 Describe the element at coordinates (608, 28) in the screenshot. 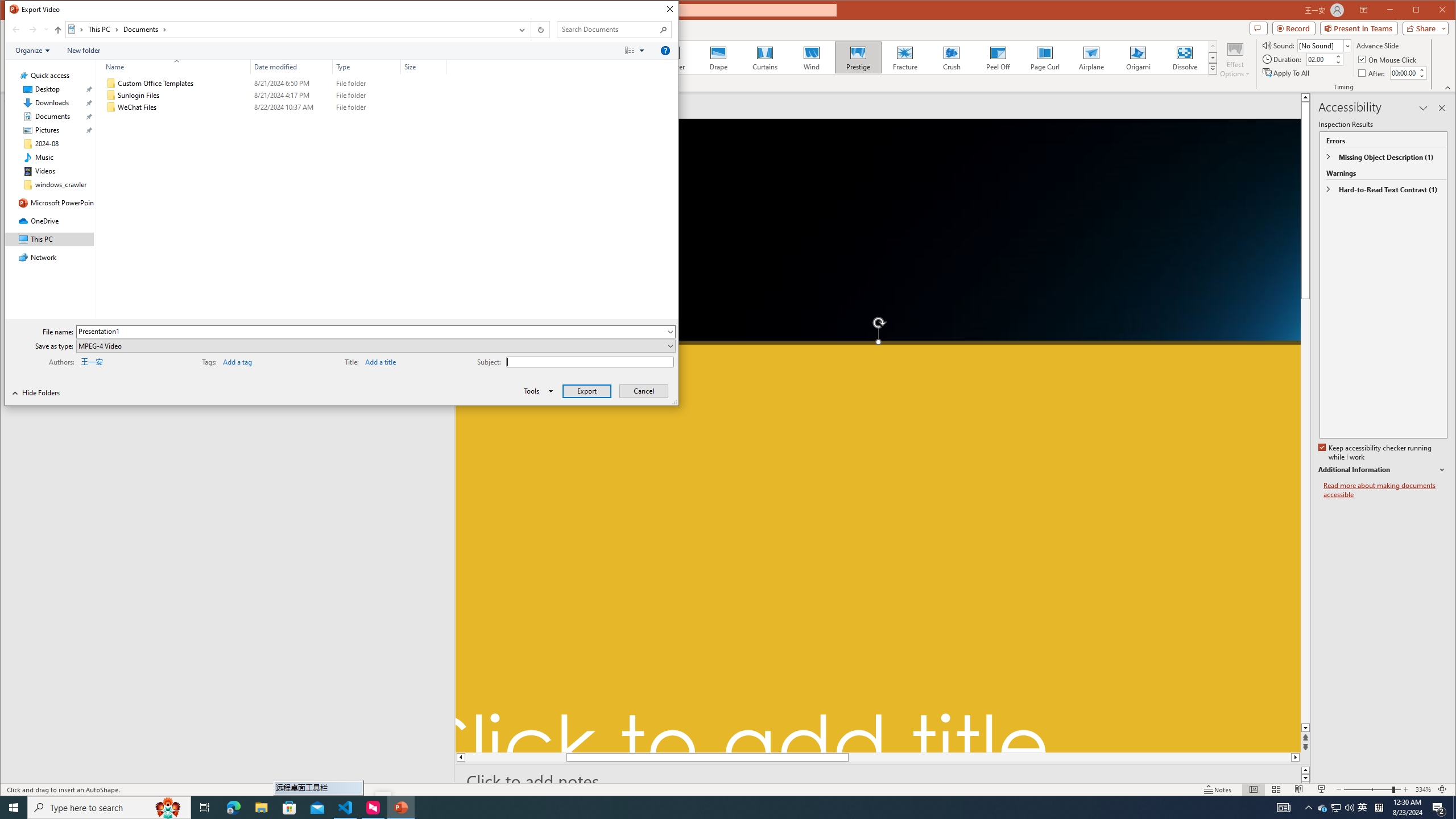

I see `'Search Box'` at that location.